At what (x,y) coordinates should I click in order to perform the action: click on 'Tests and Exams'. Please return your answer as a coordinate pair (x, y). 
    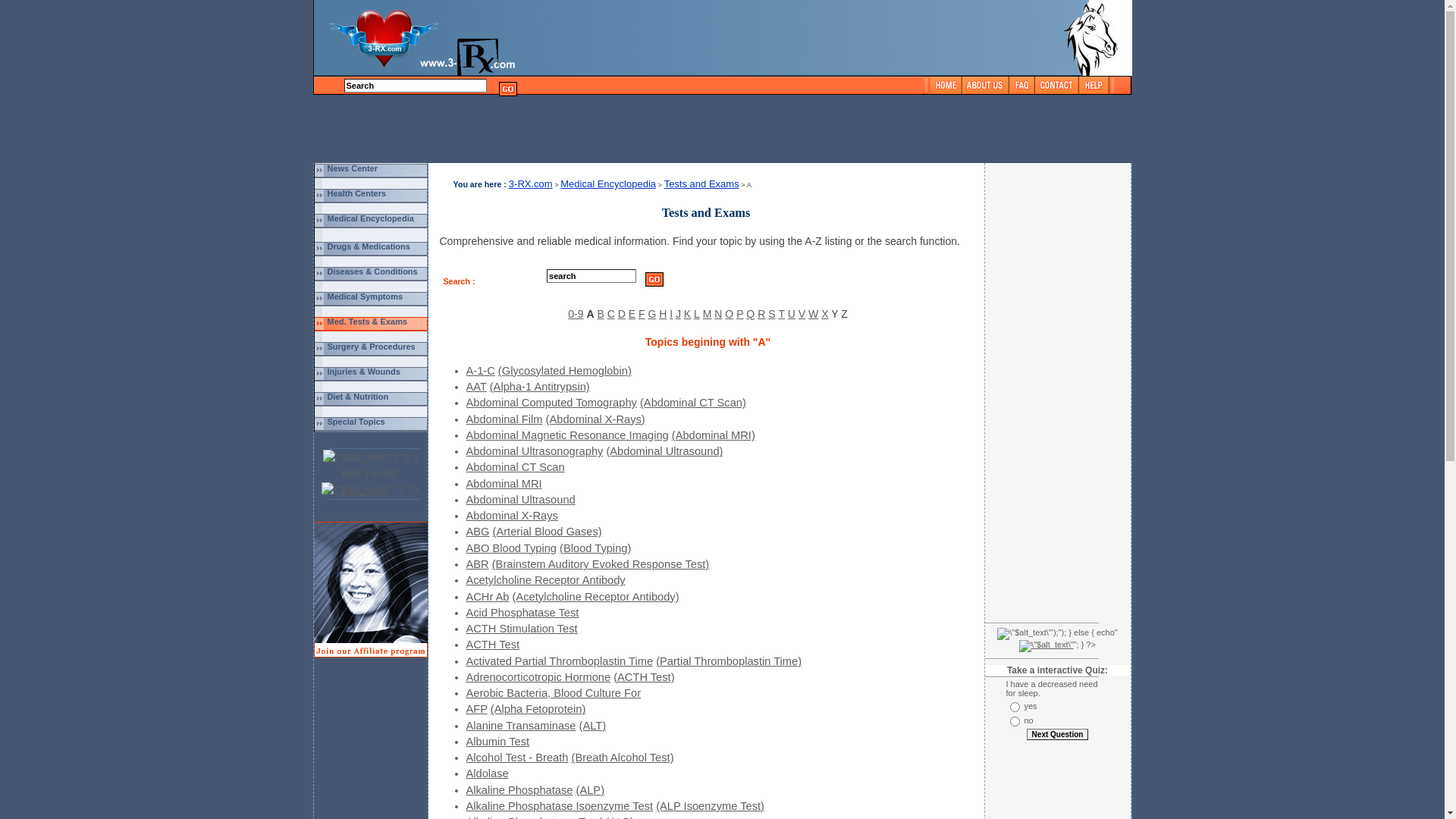
    Looking at the image, I should click on (701, 183).